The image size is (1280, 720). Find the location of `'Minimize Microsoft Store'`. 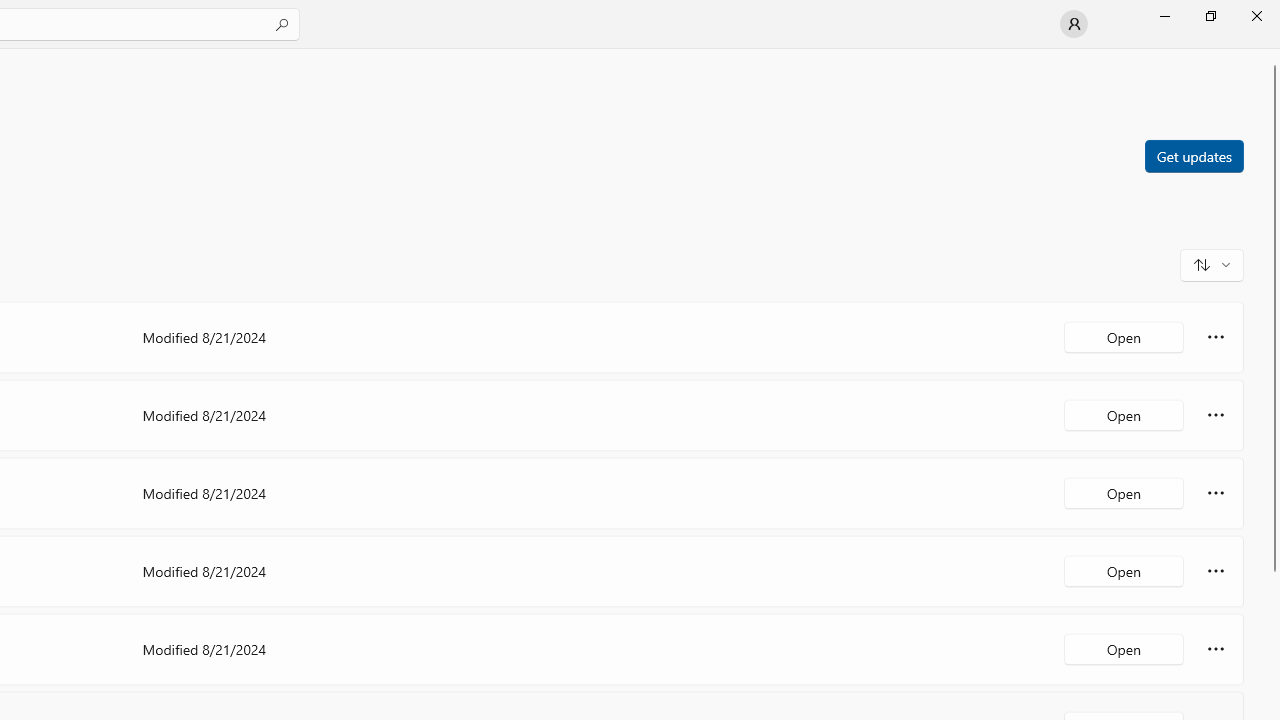

'Minimize Microsoft Store' is located at coordinates (1164, 15).